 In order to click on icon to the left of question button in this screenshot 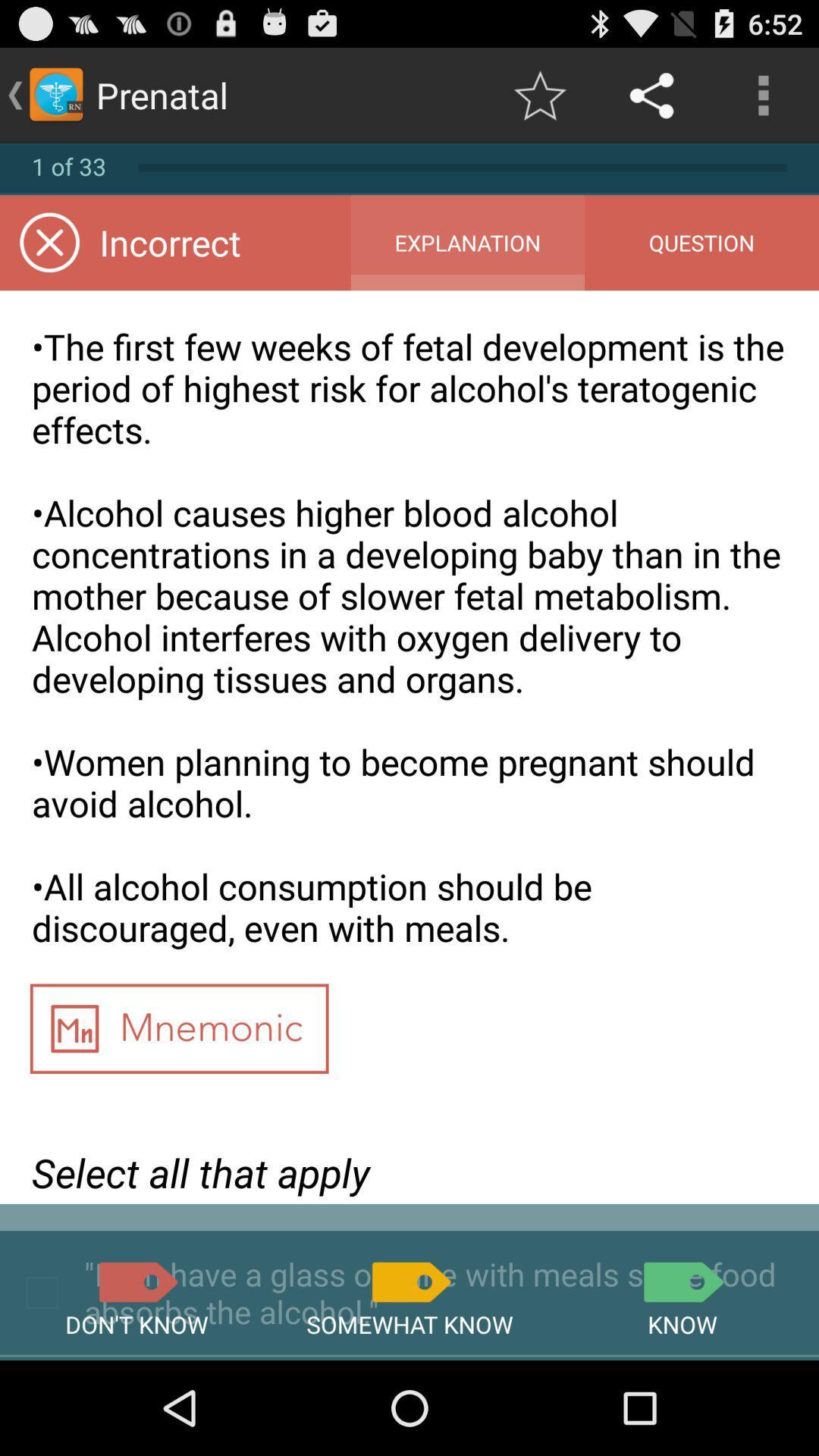, I will do `click(466, 243)`.